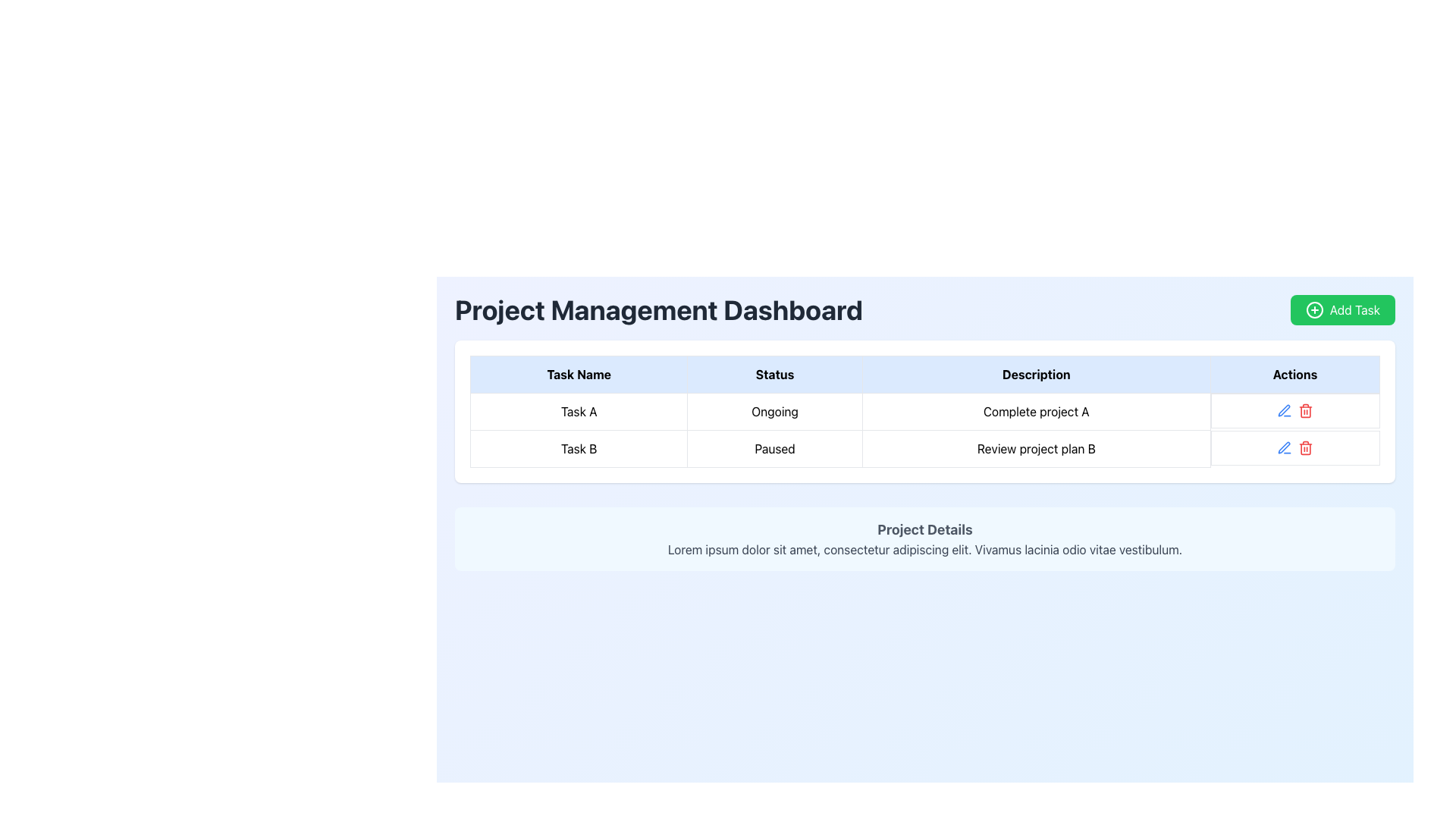  I want to click on the edit icon button represented as a pen in blue color located in the 'Actions' column of the second row of the table, so click(1284, 411).